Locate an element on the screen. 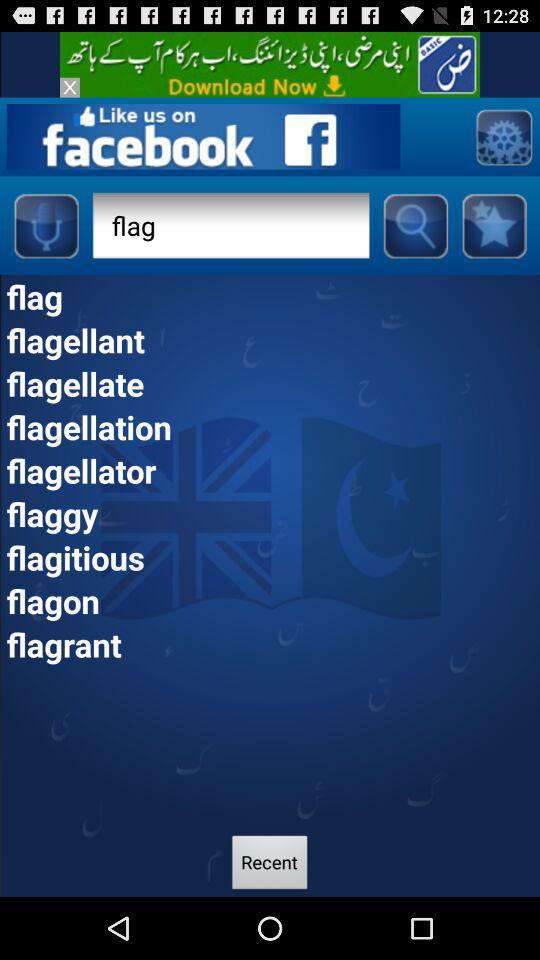 The image size is (540, 960). foverite button is located at coordinates (493, 225).